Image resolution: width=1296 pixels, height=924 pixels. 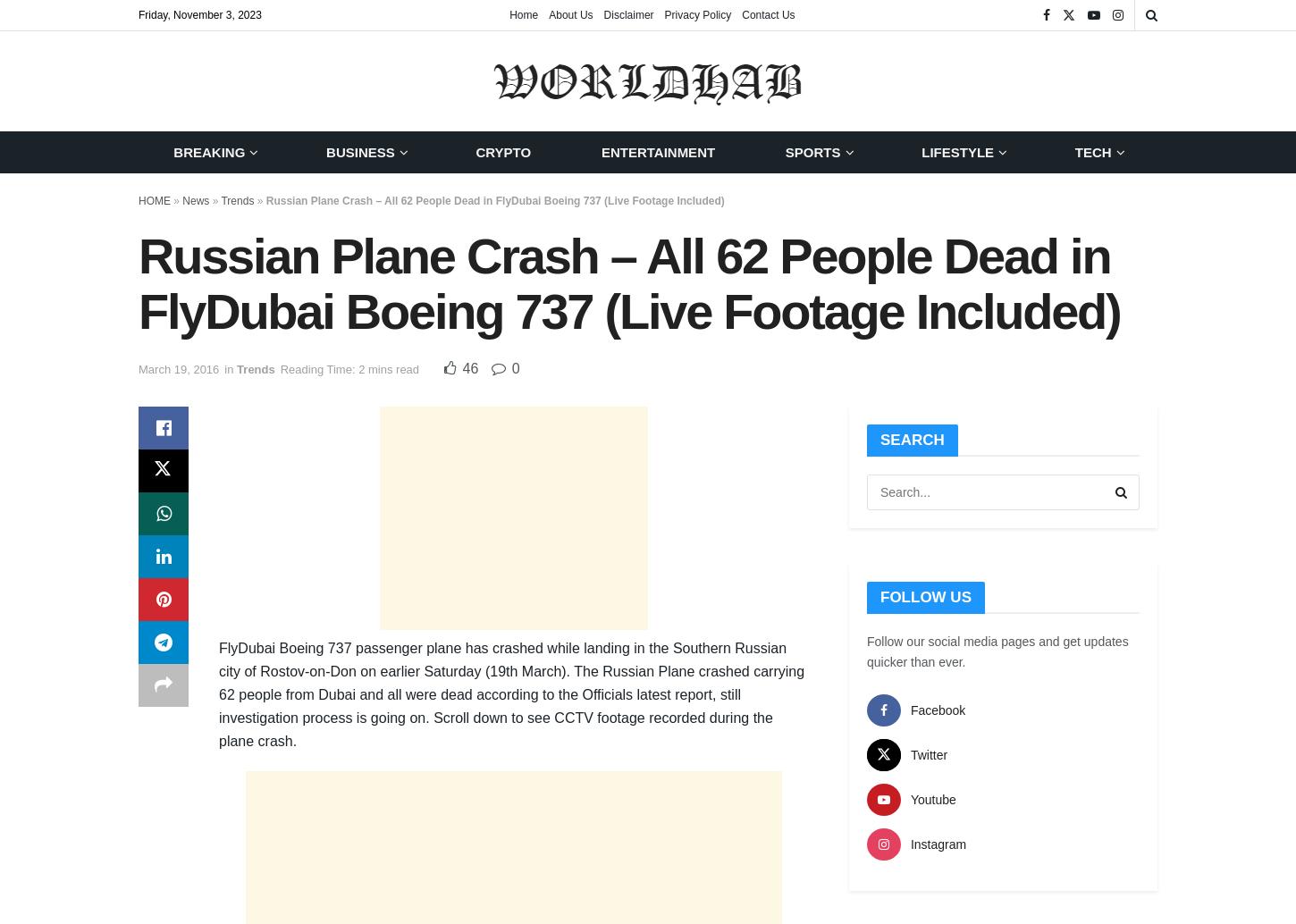 What do you see at coordinates (177, 367) in the screenshot?
I see `'March 19, 2016'` at bounding box center [177, 367].